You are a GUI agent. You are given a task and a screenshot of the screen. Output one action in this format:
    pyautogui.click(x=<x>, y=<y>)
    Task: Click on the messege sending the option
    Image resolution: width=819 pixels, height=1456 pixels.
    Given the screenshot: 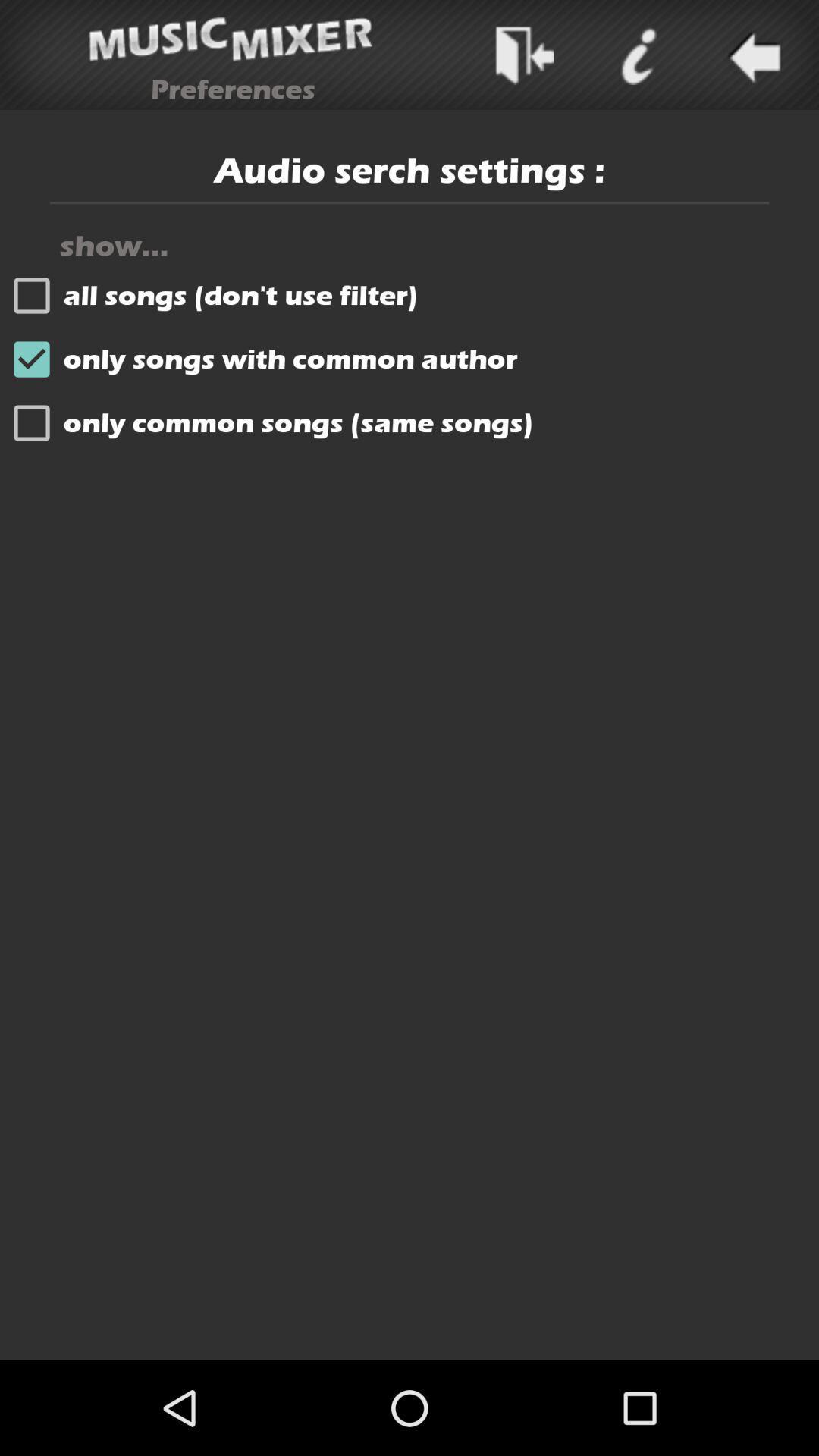 What is the action you would take?
    pyautogui.click(x=523, y=55)
    